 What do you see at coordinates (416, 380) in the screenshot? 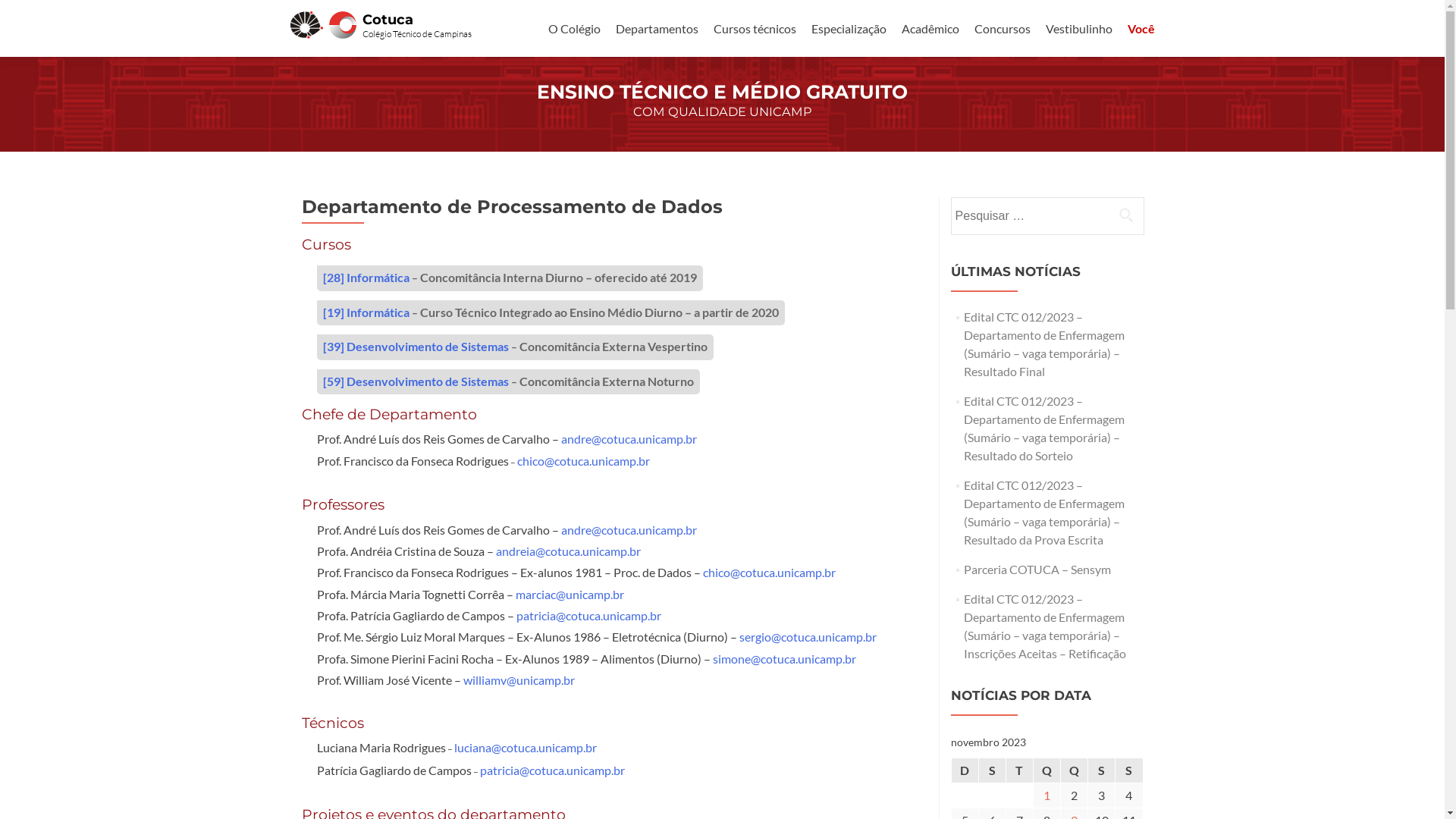
I see `'[59] Desenvolvimento de Sistemas'` at bounding box center [416, 380].